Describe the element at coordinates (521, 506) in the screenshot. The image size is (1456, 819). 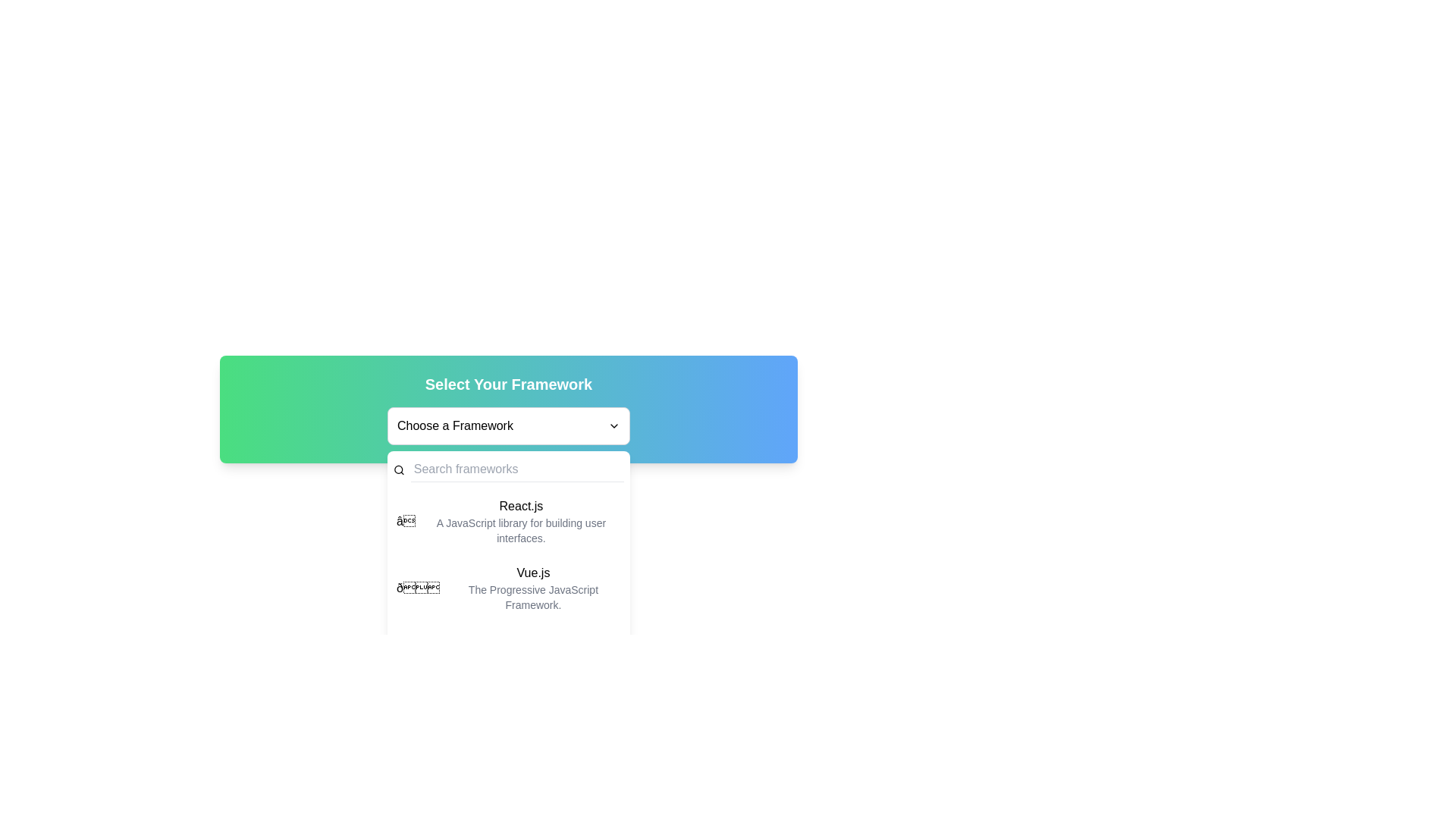
I see `the 'React.js' title text, which is styled with a medium font weight and displayed prominently as a header within a dropdown list` at that location.